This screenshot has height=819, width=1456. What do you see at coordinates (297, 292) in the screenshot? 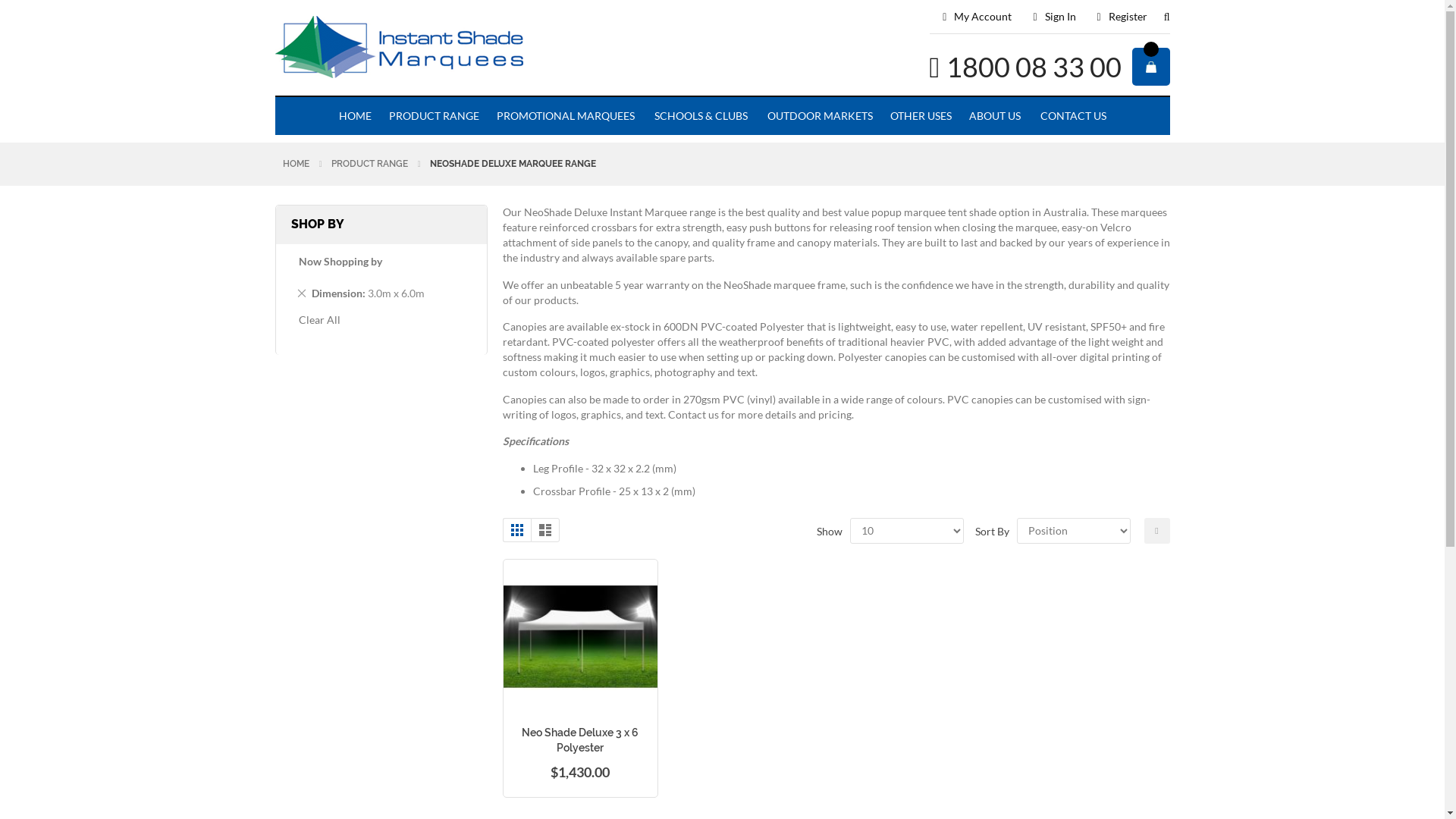
I see `'Remove This Item'` at bounding box center [297, 292].